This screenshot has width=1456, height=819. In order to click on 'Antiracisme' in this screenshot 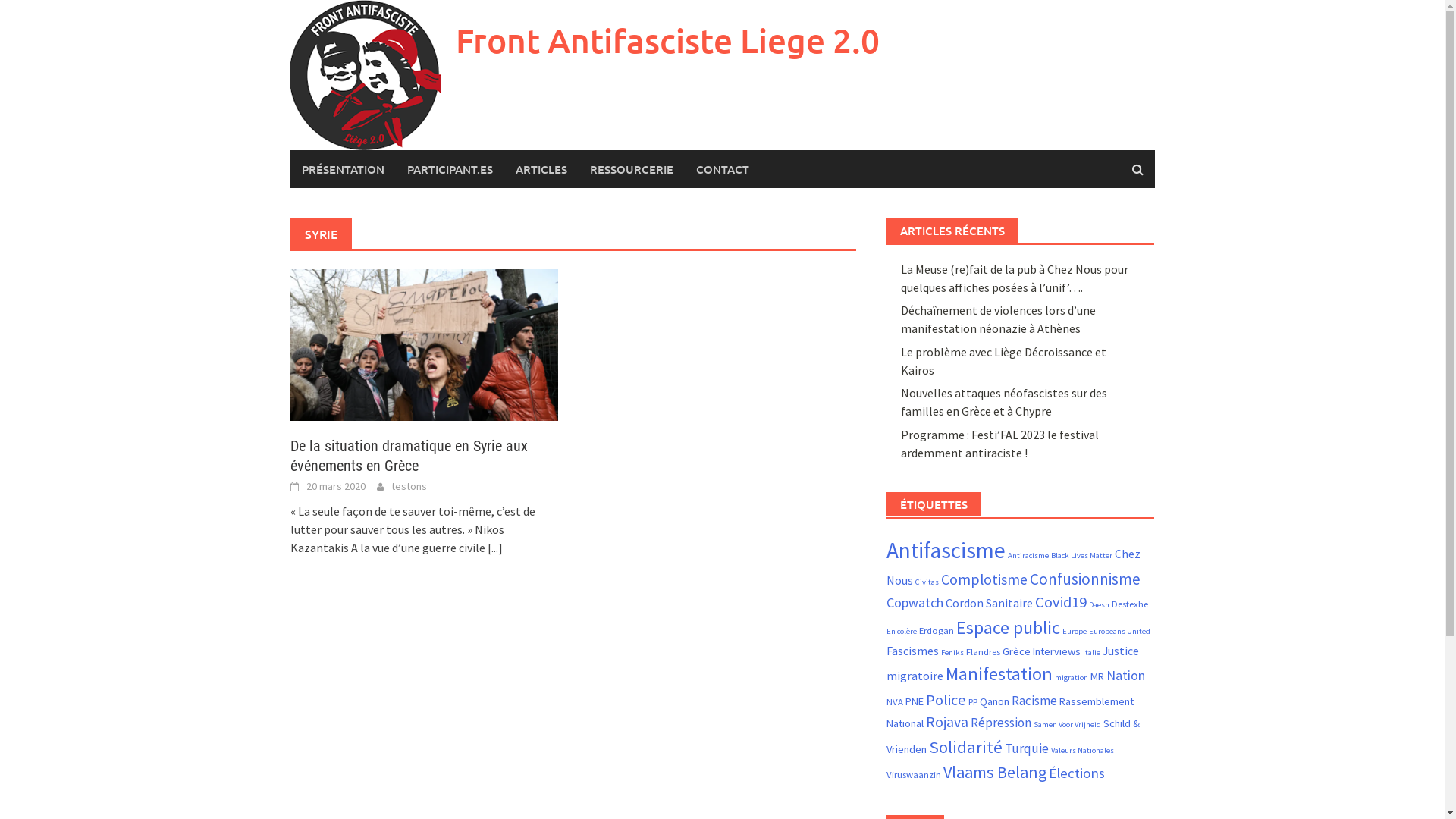, I will do `click(1028, 555)`.